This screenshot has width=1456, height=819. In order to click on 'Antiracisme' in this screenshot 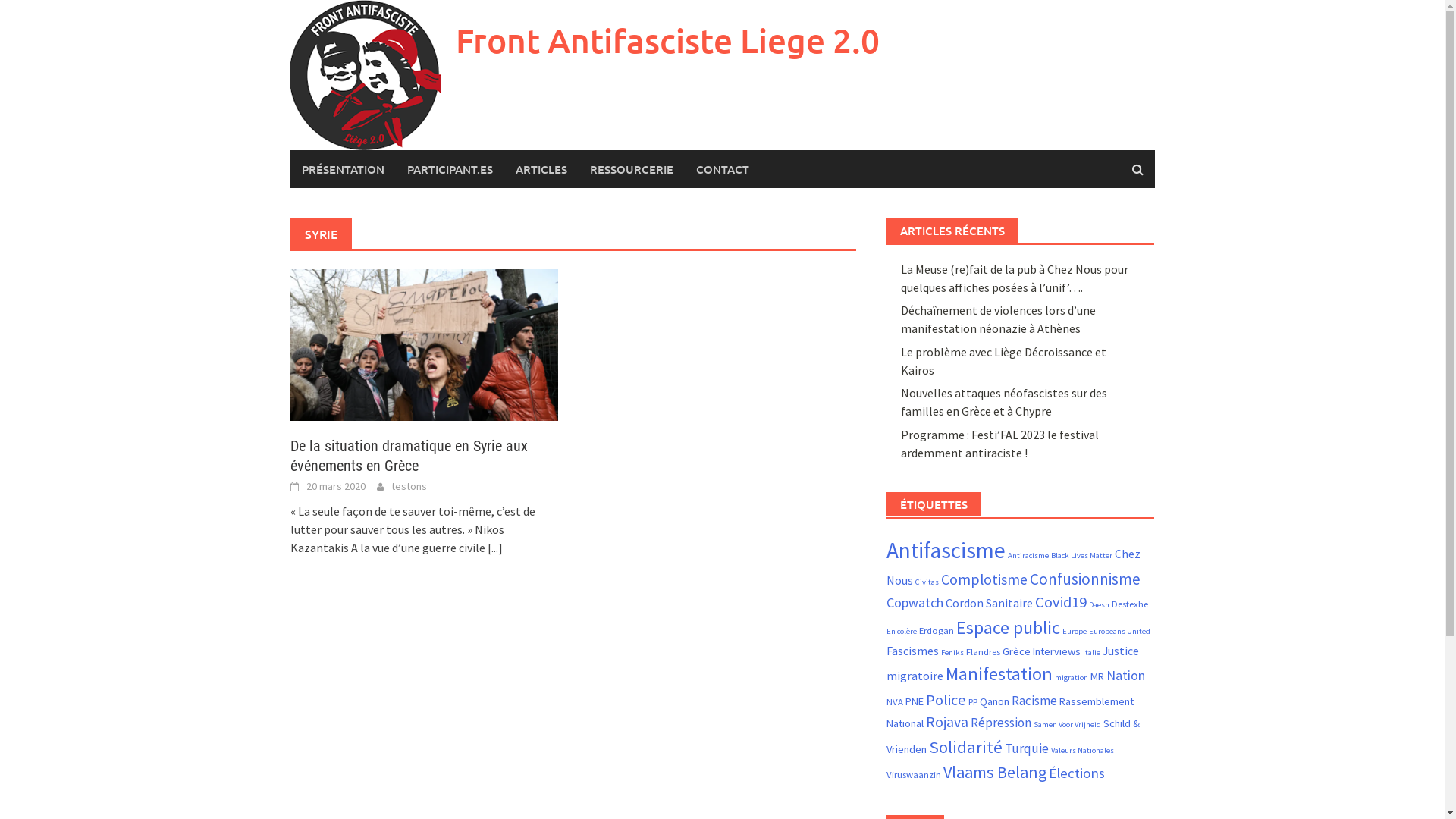, I will do `click(1028, 555)`.